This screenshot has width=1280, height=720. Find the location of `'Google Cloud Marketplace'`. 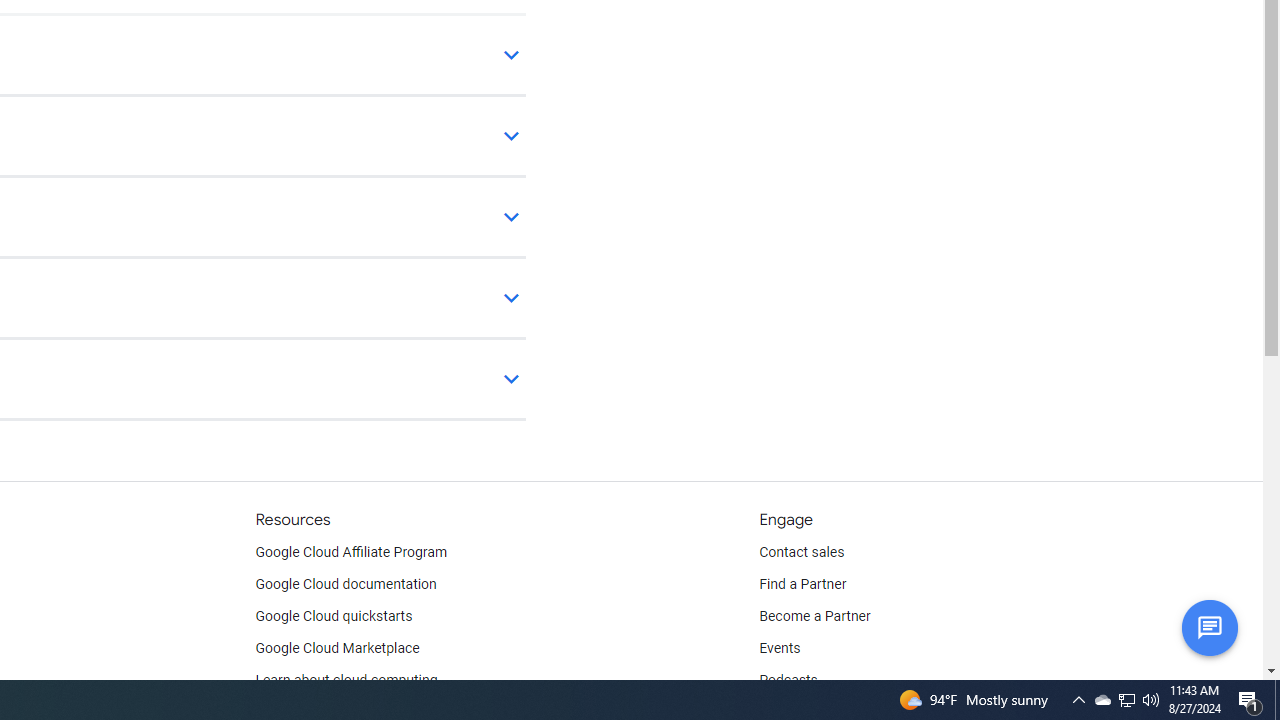

'Google Cloud Marketplace' is located at coordinates (337, 649).